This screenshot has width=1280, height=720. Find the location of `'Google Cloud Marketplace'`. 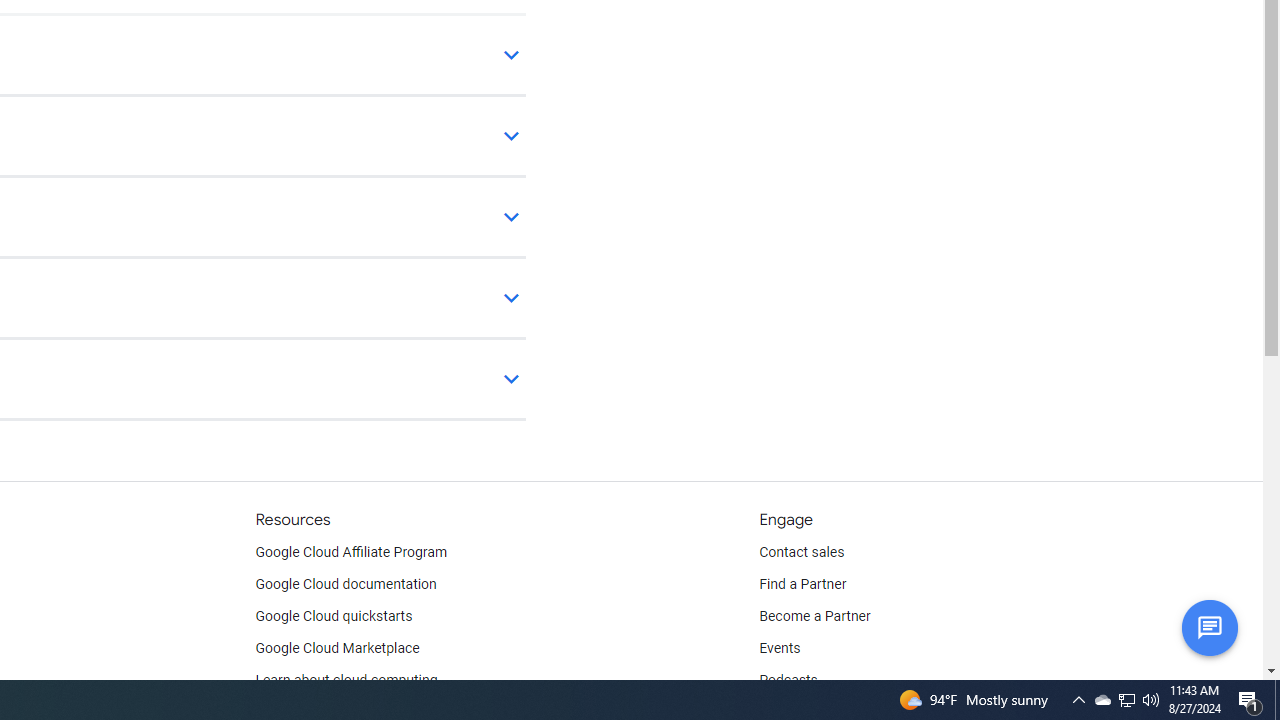

'Google Cloud Marketplace' is located at coordinates (337, 649).